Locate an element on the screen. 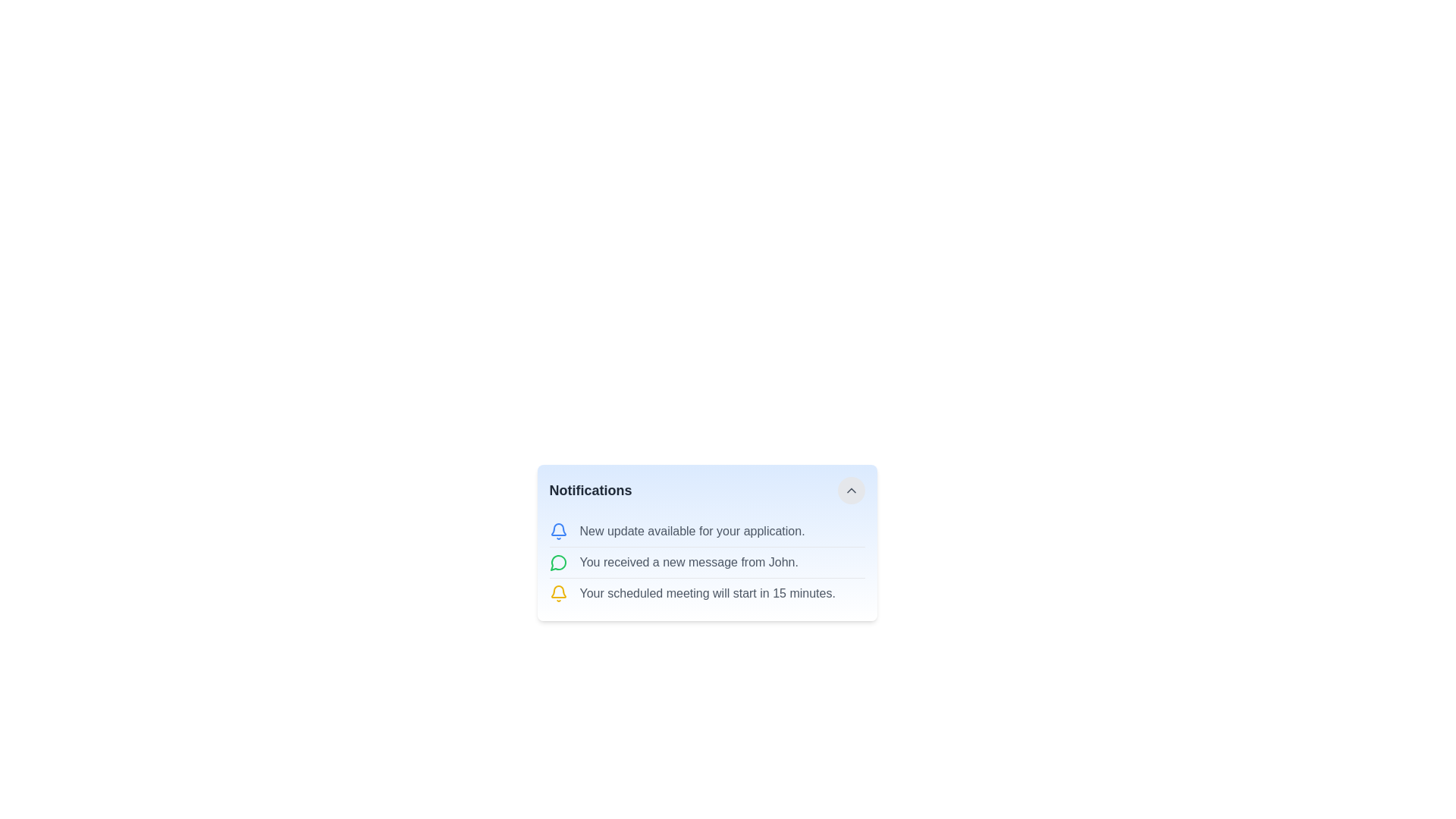 The image size is (1456, 819). the circular green speech bubble icon in the second notification item is located at coordinates (557, 563).